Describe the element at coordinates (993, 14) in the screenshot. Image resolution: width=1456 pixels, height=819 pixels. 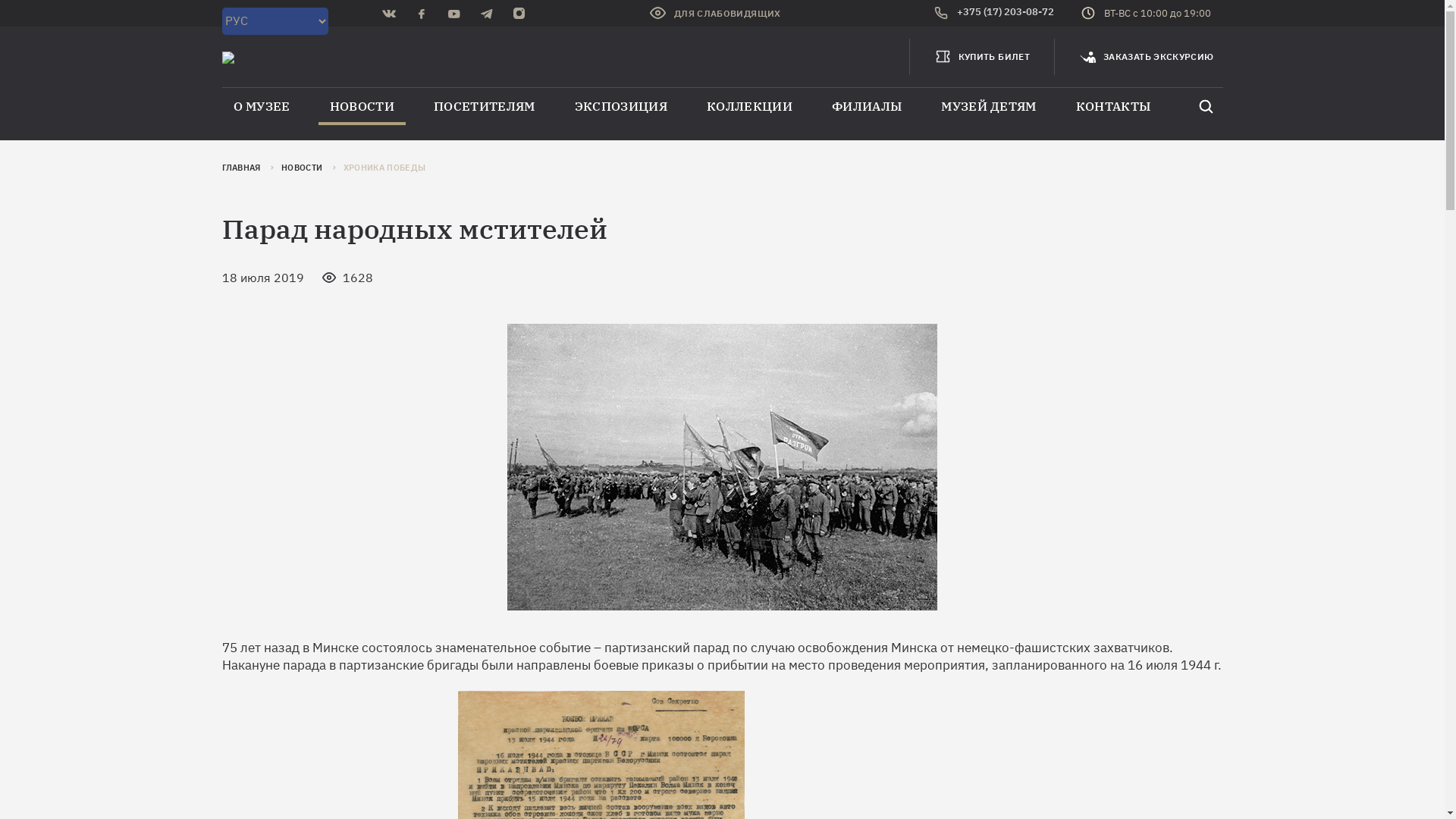
I see `'+375 (17) 203-08-72'` at that location.